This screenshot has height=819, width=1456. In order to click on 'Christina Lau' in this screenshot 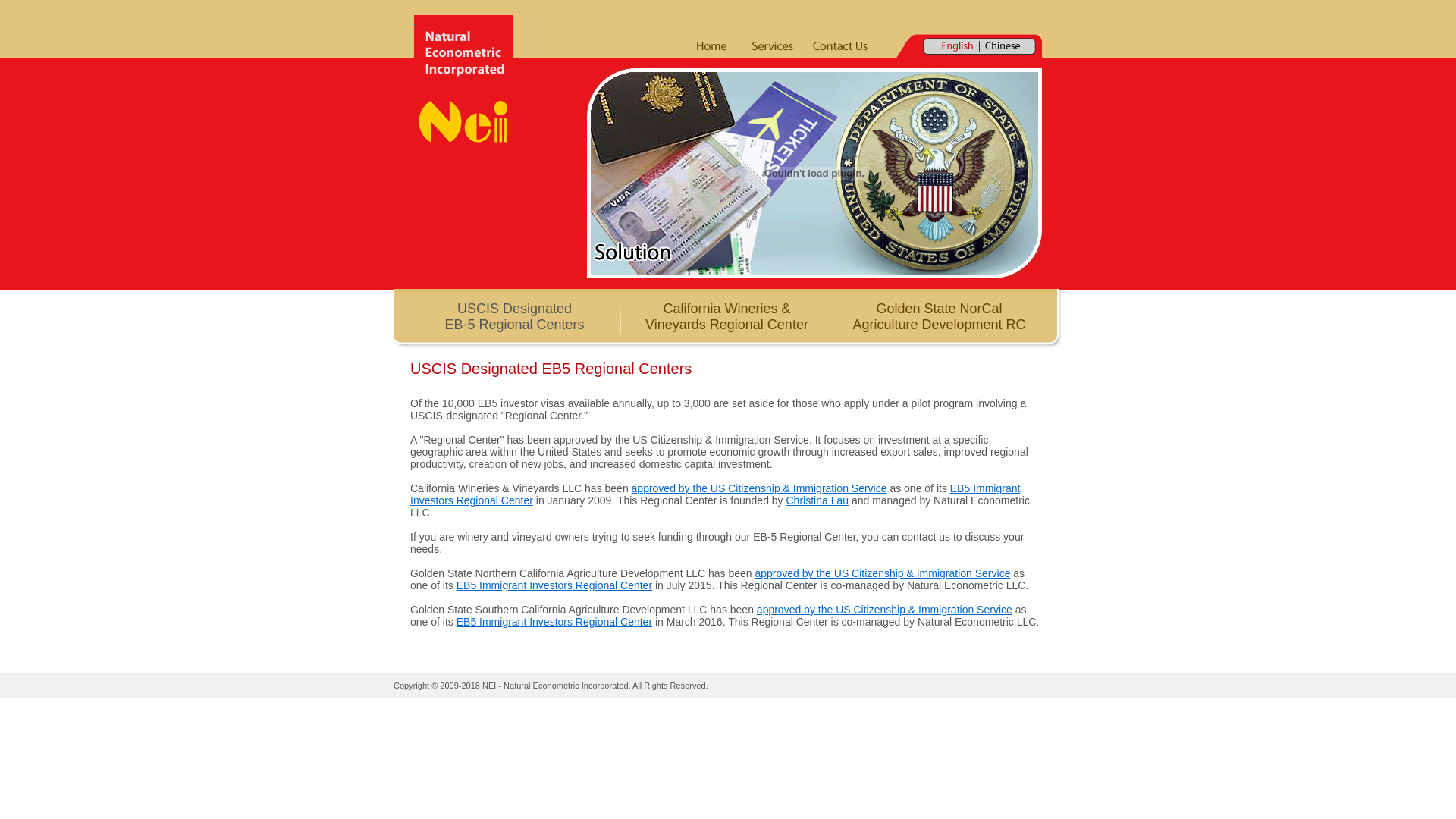, I will do `click(816, 500)`.